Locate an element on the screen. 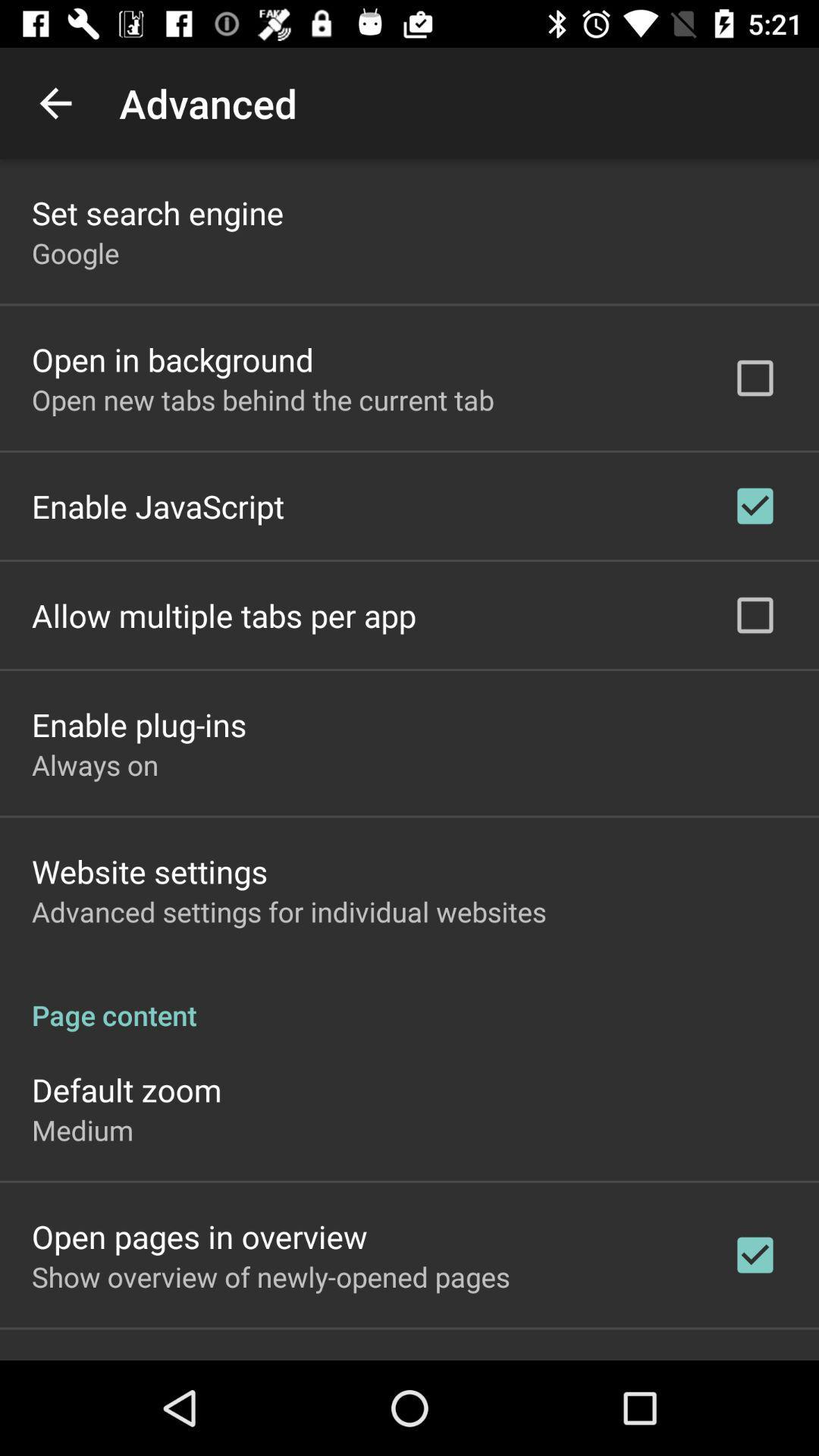  the app below open pages in is located at coordinates (270, 1276).